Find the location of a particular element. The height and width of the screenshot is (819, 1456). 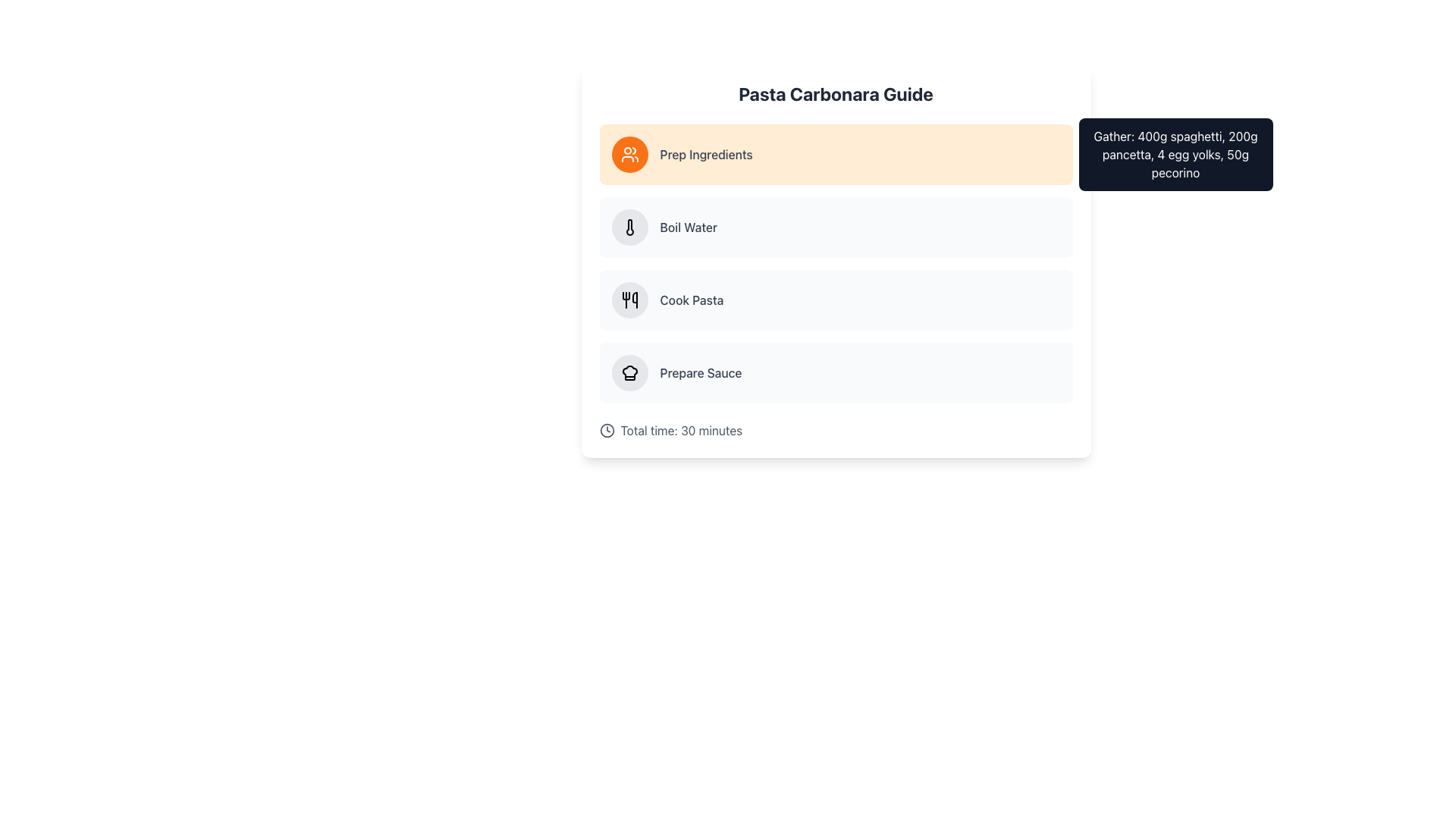

the food-related icon resembling a fork and knife in the 'Cook Pasta' list item is located at coordinates (629, 300).